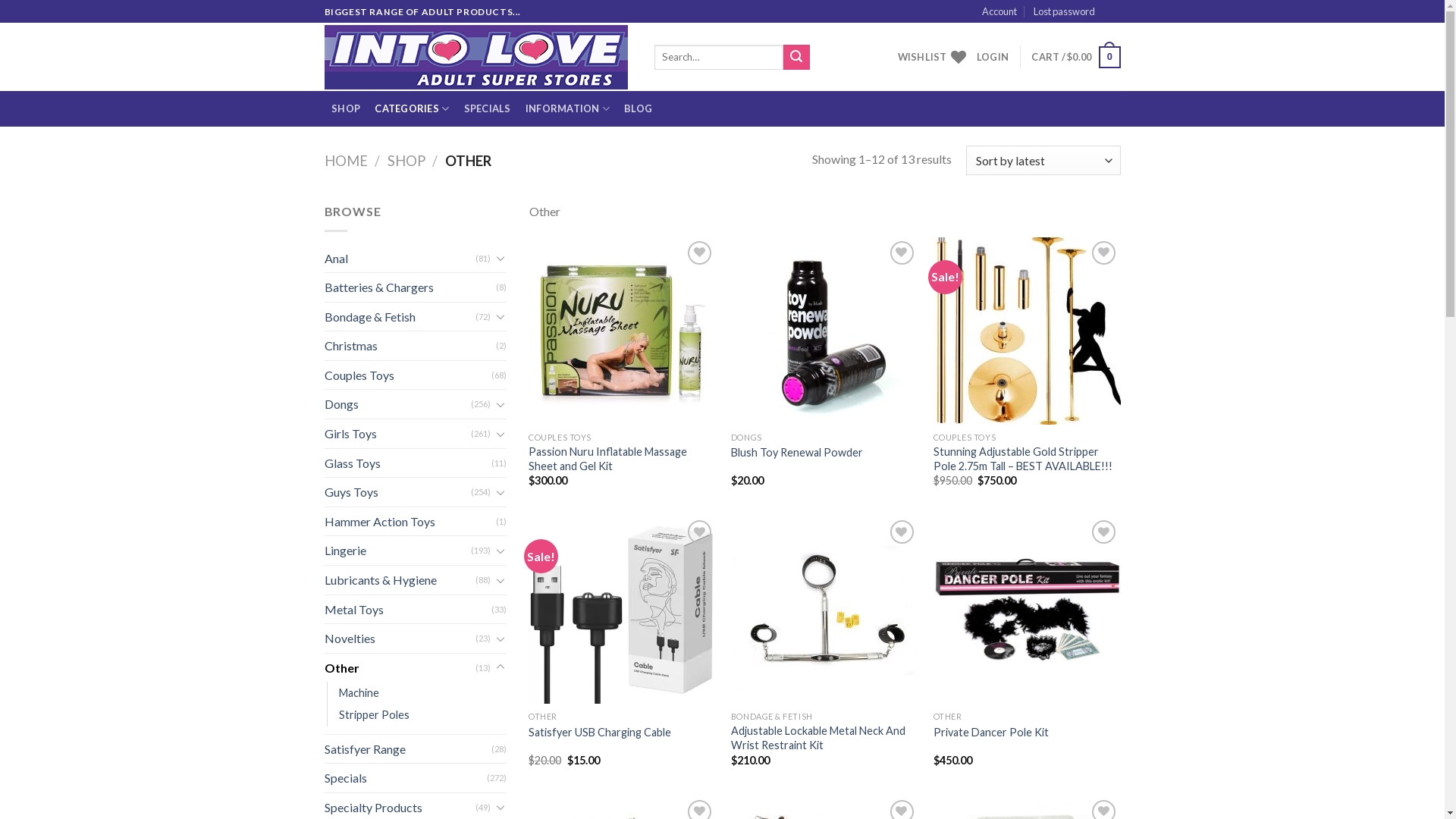 Image resolution: width=1456 pixels, height=819 pixels. Describe the element at coordinates (824, 737) in the screenshot. I see `'Adjustable Lockable Metal Neck And Wrist Restraint Kit'` at that location.